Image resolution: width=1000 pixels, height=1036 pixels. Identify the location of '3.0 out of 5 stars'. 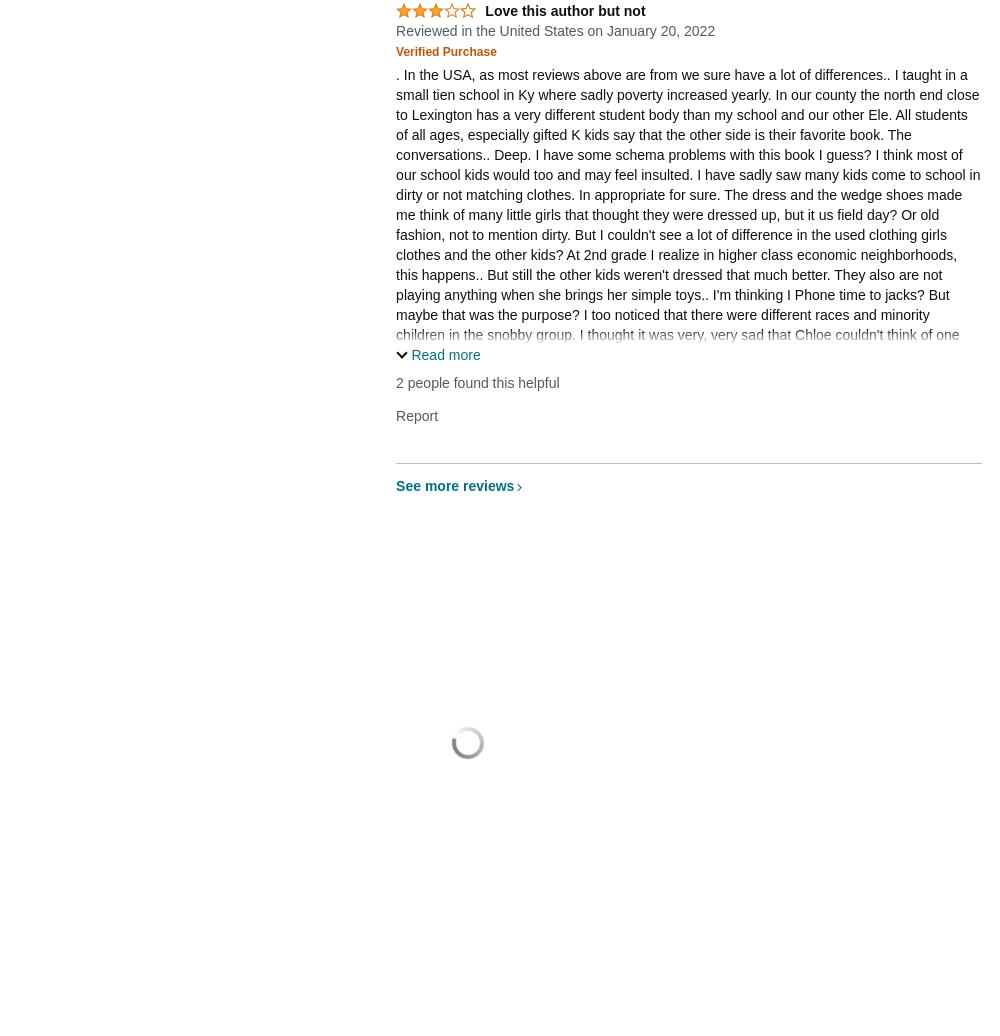
(431, 18).